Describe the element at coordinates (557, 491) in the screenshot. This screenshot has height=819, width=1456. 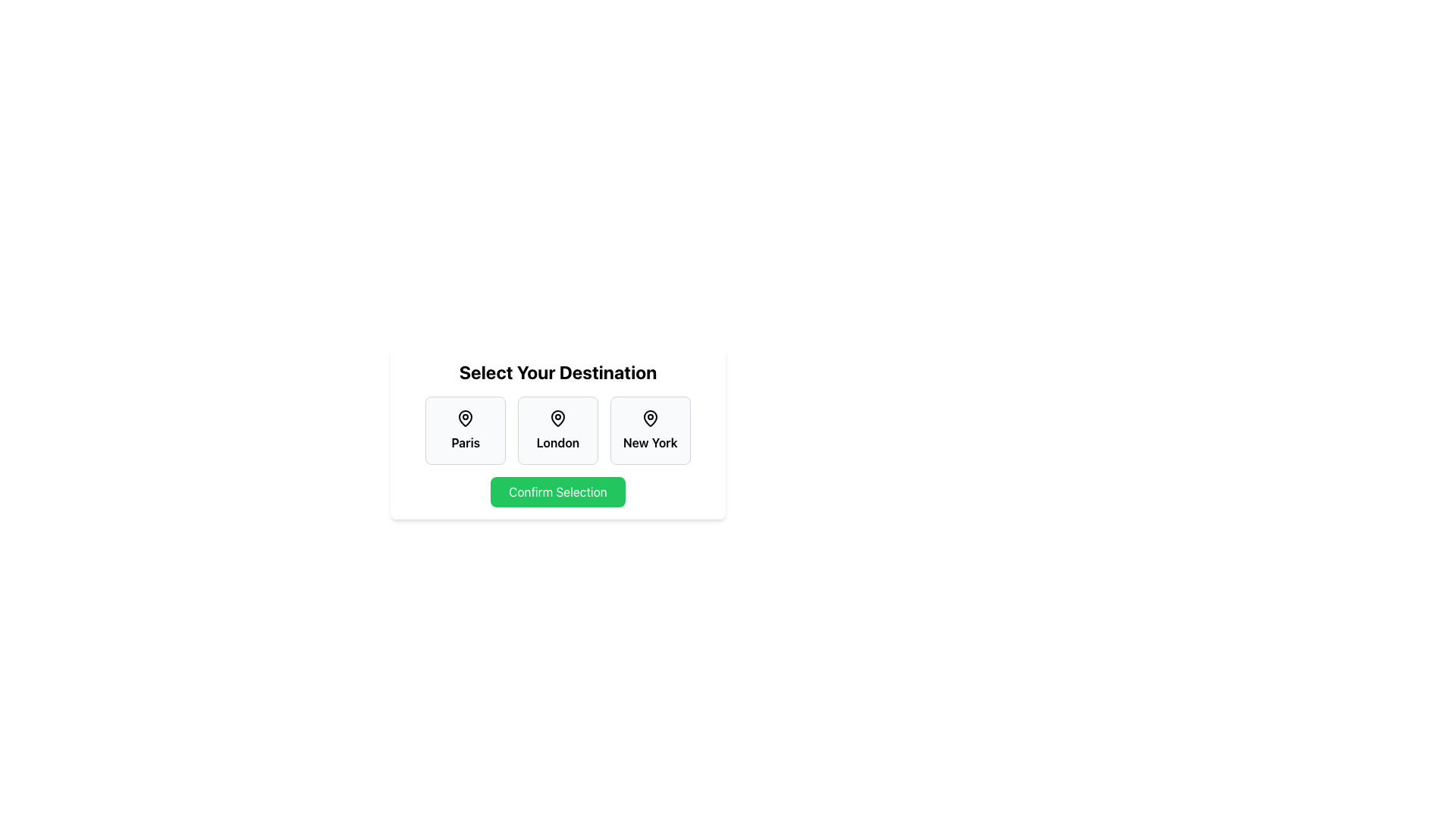
I see `the confirmation button located at the bottom of the dialog box` at that location.